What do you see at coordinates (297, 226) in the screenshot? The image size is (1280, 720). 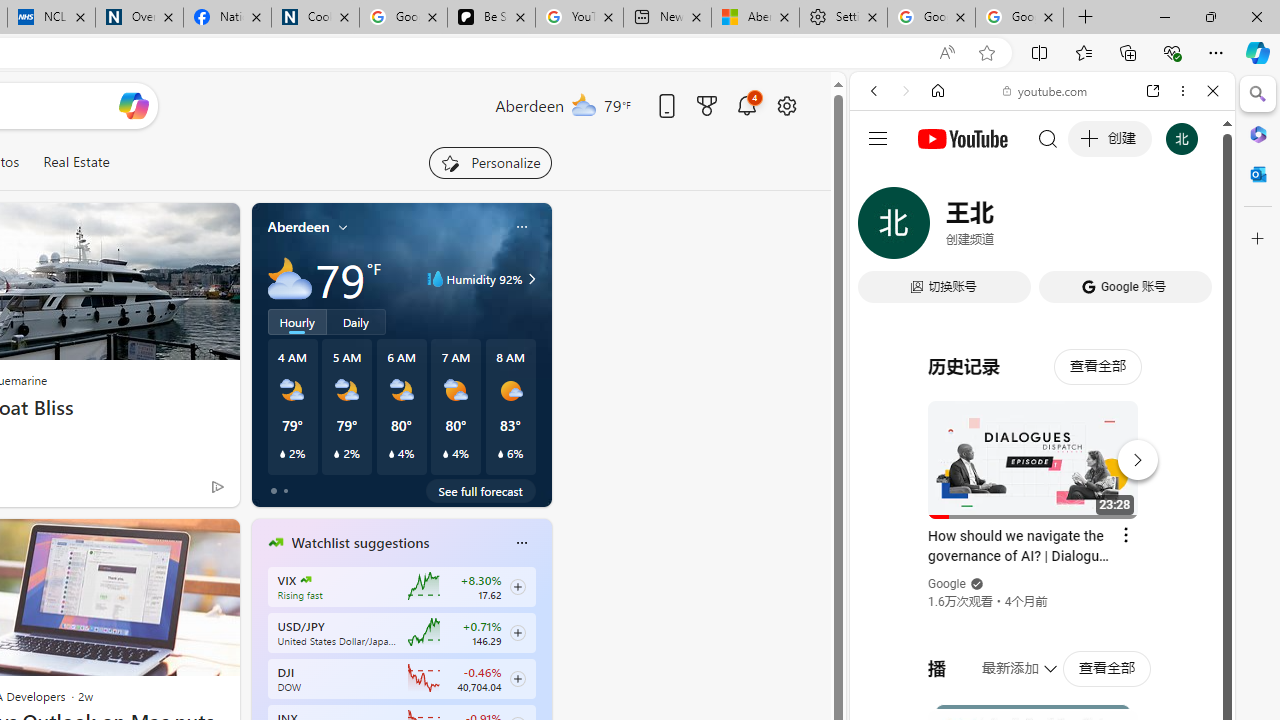 I see `'Aberdeen'` at bounding box center [297, 226].